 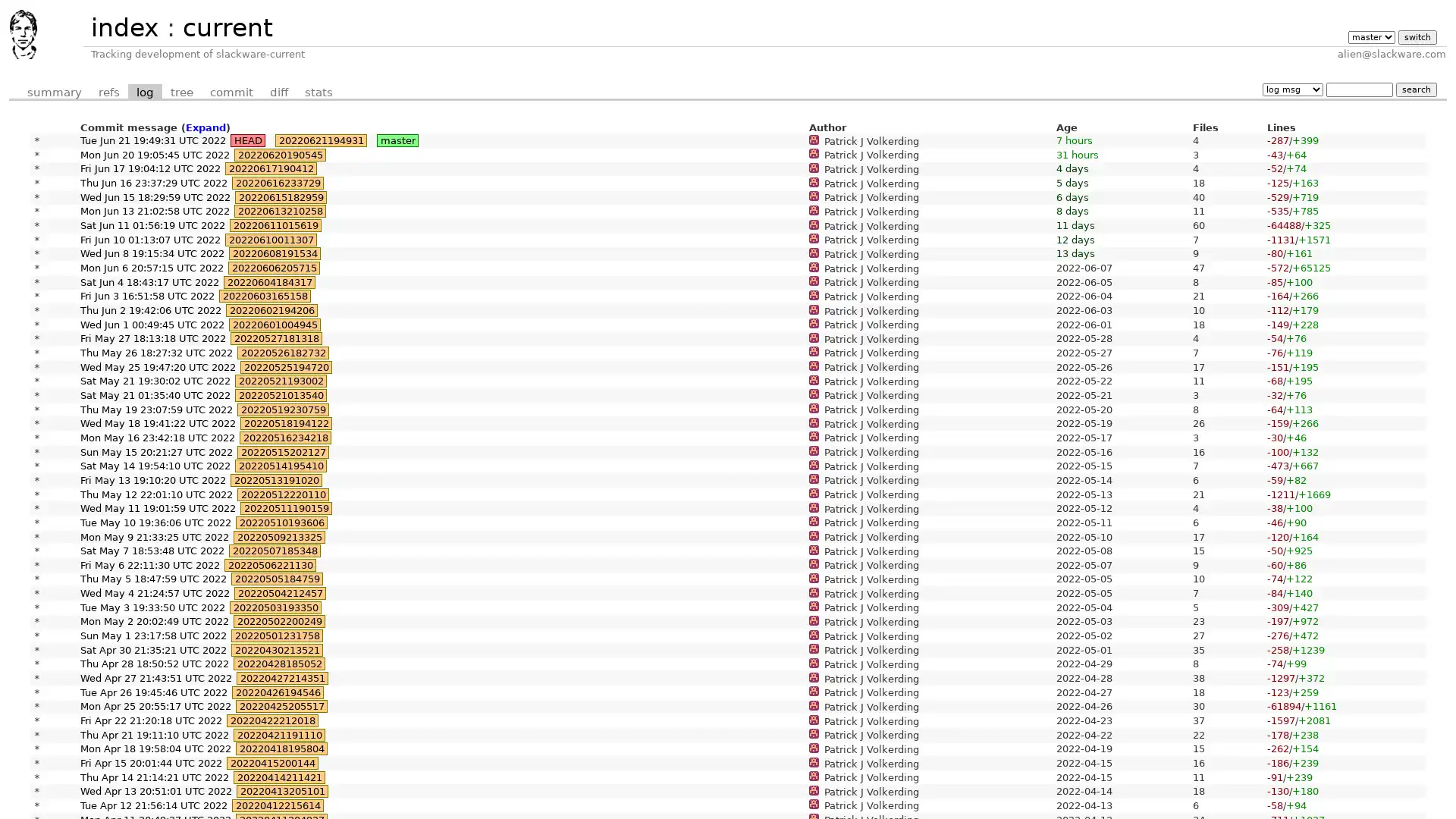 What do you see at coordinates (1415, 89) in the screenshot?
I see `search` at bounding box center [1415, 89].